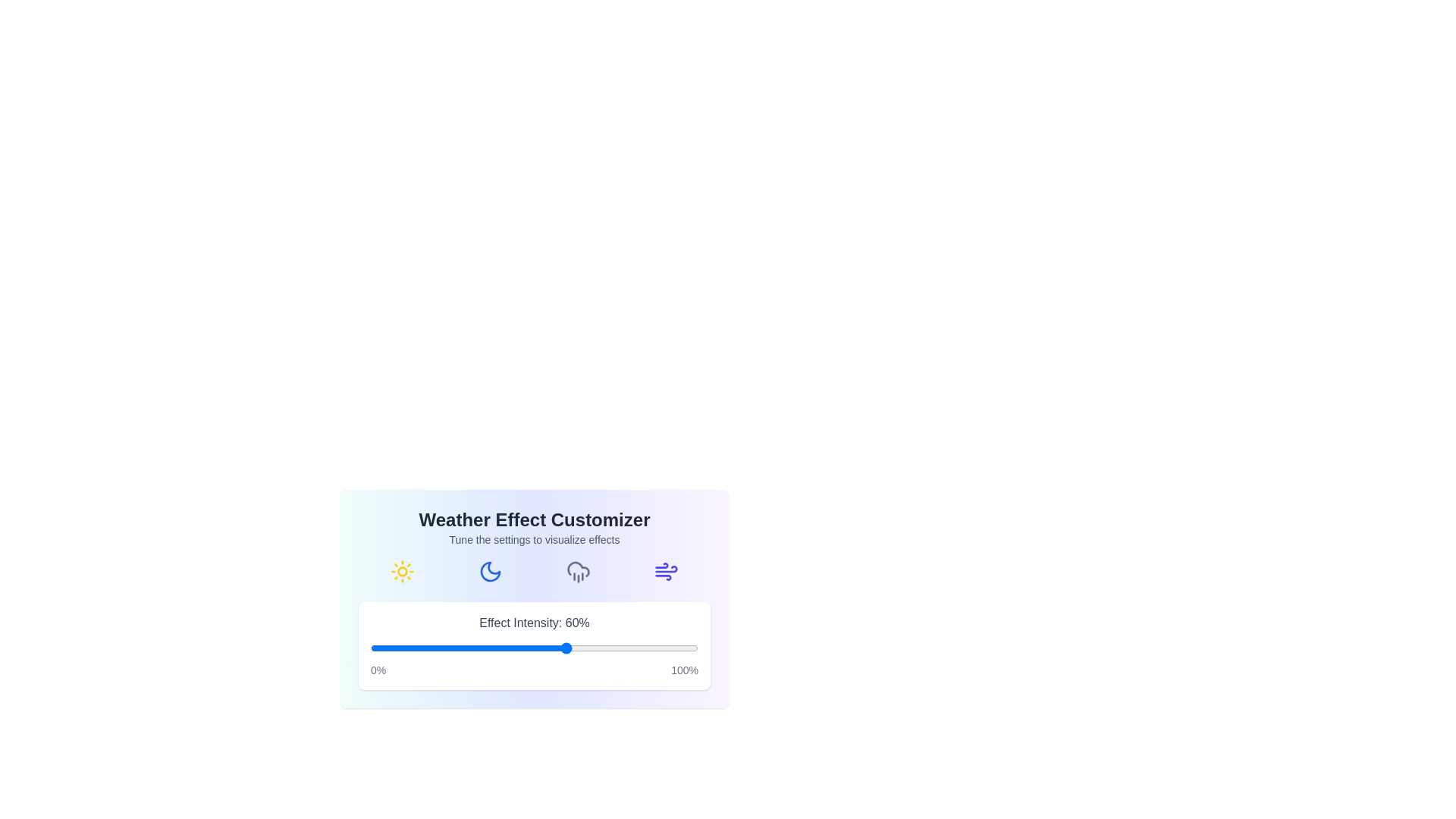  What do you see at coordinates (665, 648) in the screenshot?
I see `the effect intensity` at bounding box center [665, 648].